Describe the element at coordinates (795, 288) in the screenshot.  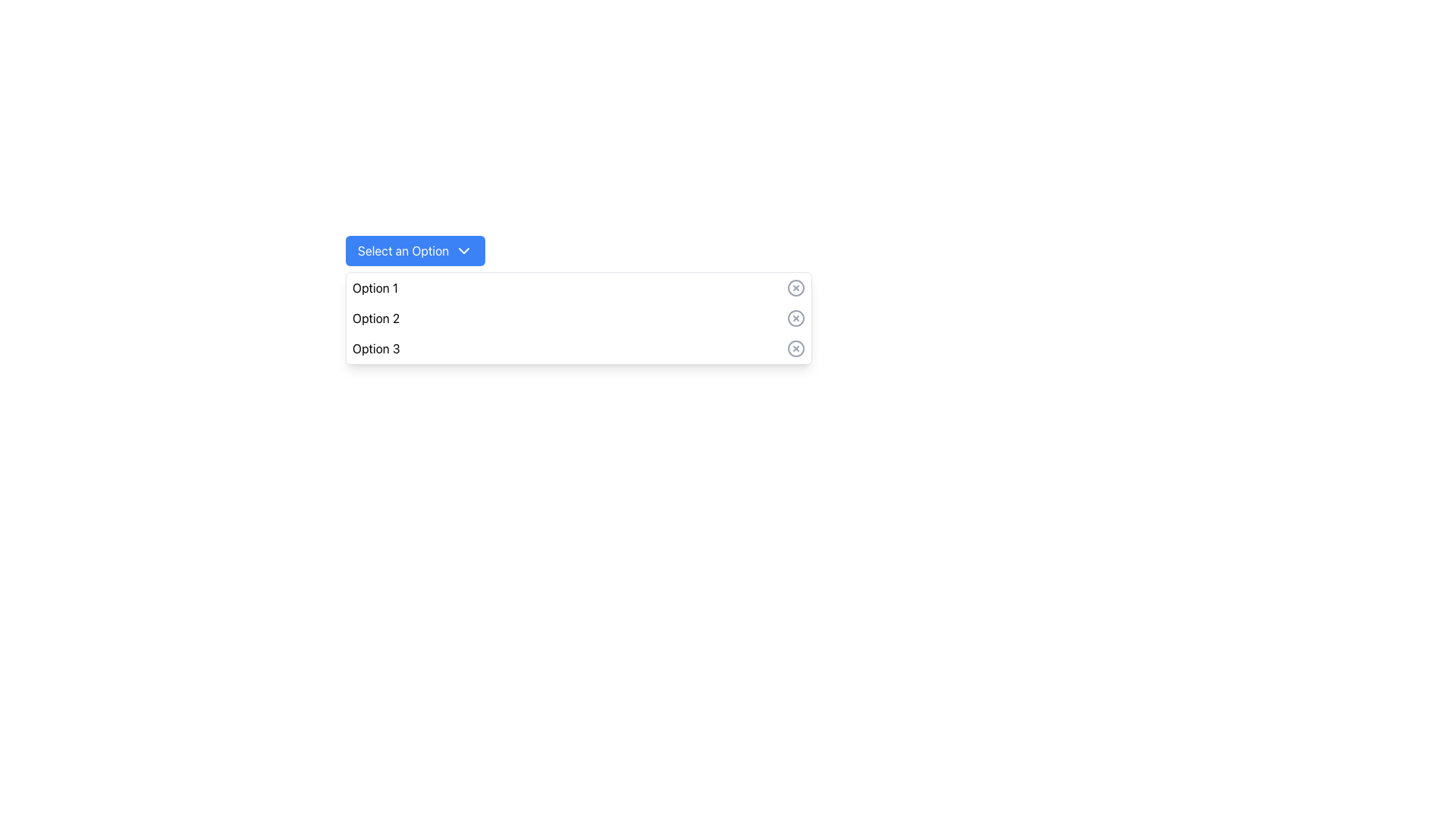
I see `the Circle SVG graphical element that serves as the circular background of the cross icon used for closing or canceling actions, positioned to the right of the text options in the list` at that location.